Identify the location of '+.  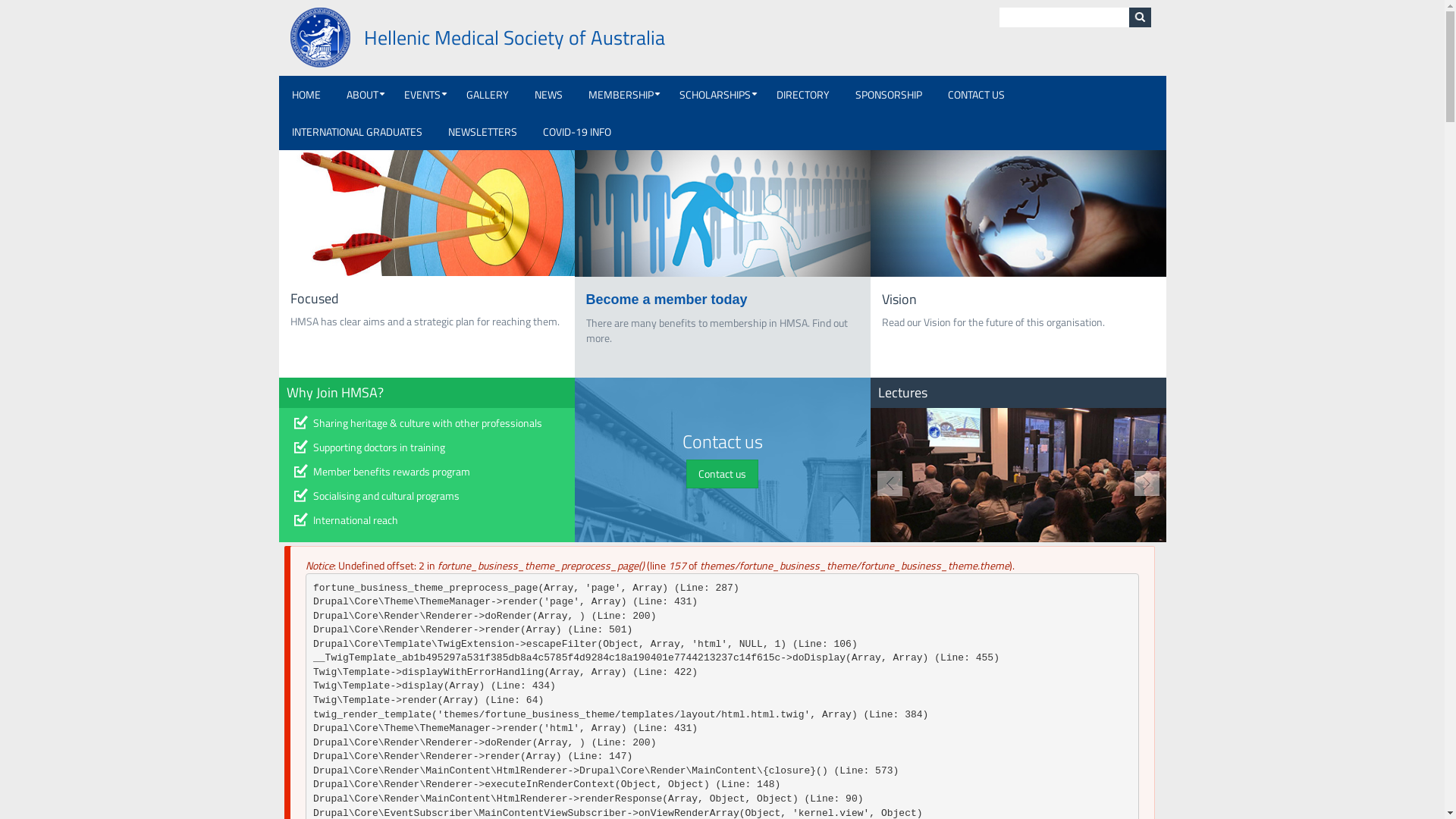
(422, 94).